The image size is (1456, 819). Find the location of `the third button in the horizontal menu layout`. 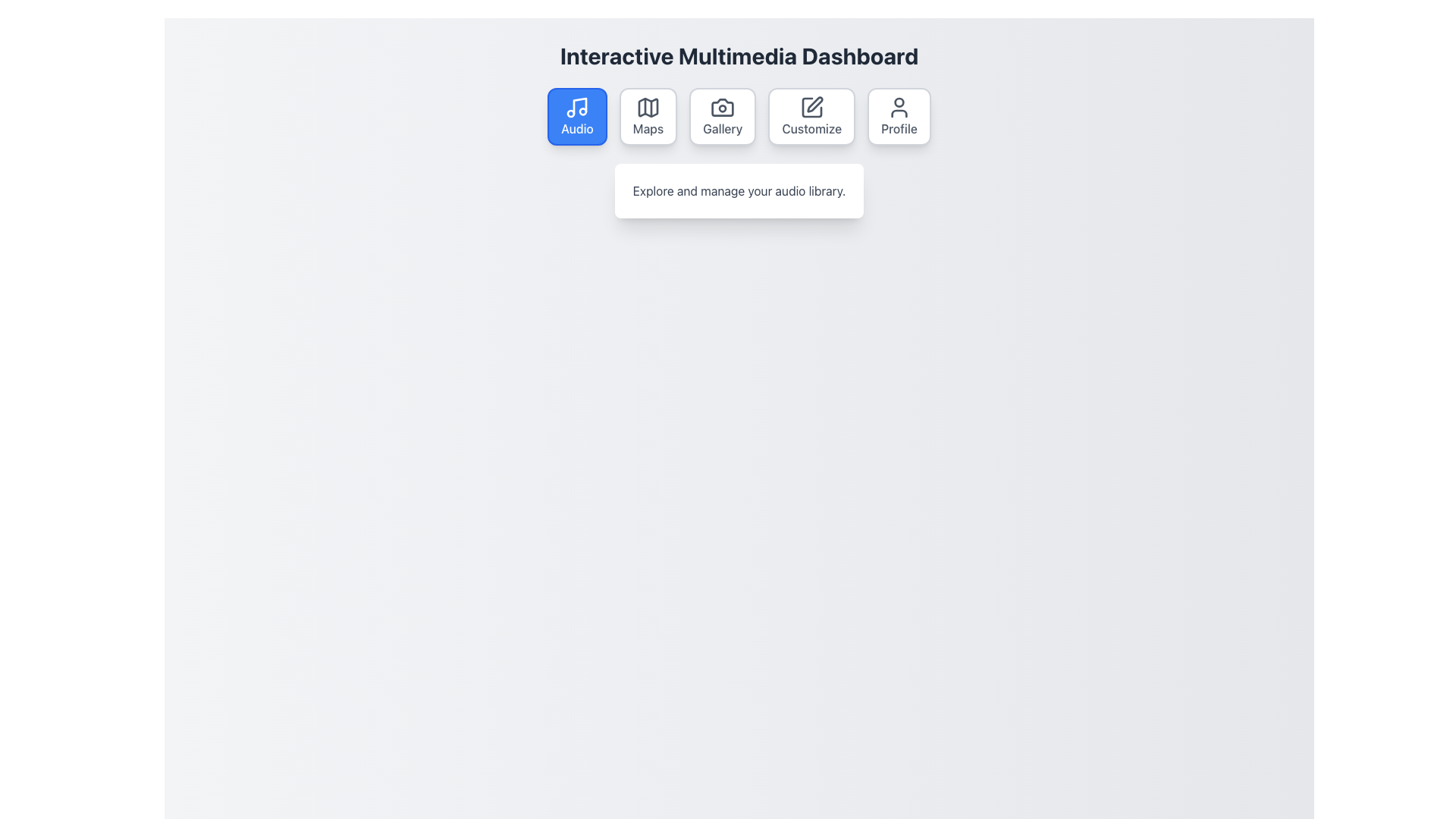

the third button in the horizontal menu layout is located at coordinates (739, 116).